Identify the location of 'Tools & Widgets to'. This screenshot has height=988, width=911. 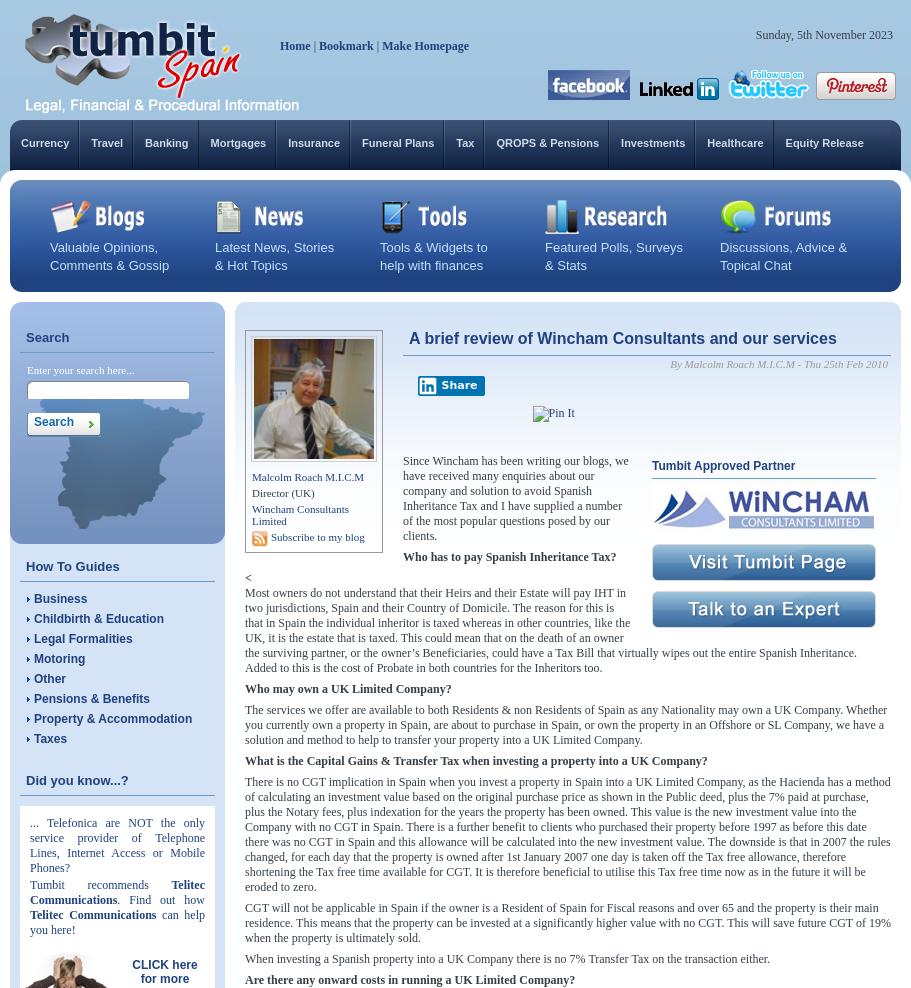
(433, 247).